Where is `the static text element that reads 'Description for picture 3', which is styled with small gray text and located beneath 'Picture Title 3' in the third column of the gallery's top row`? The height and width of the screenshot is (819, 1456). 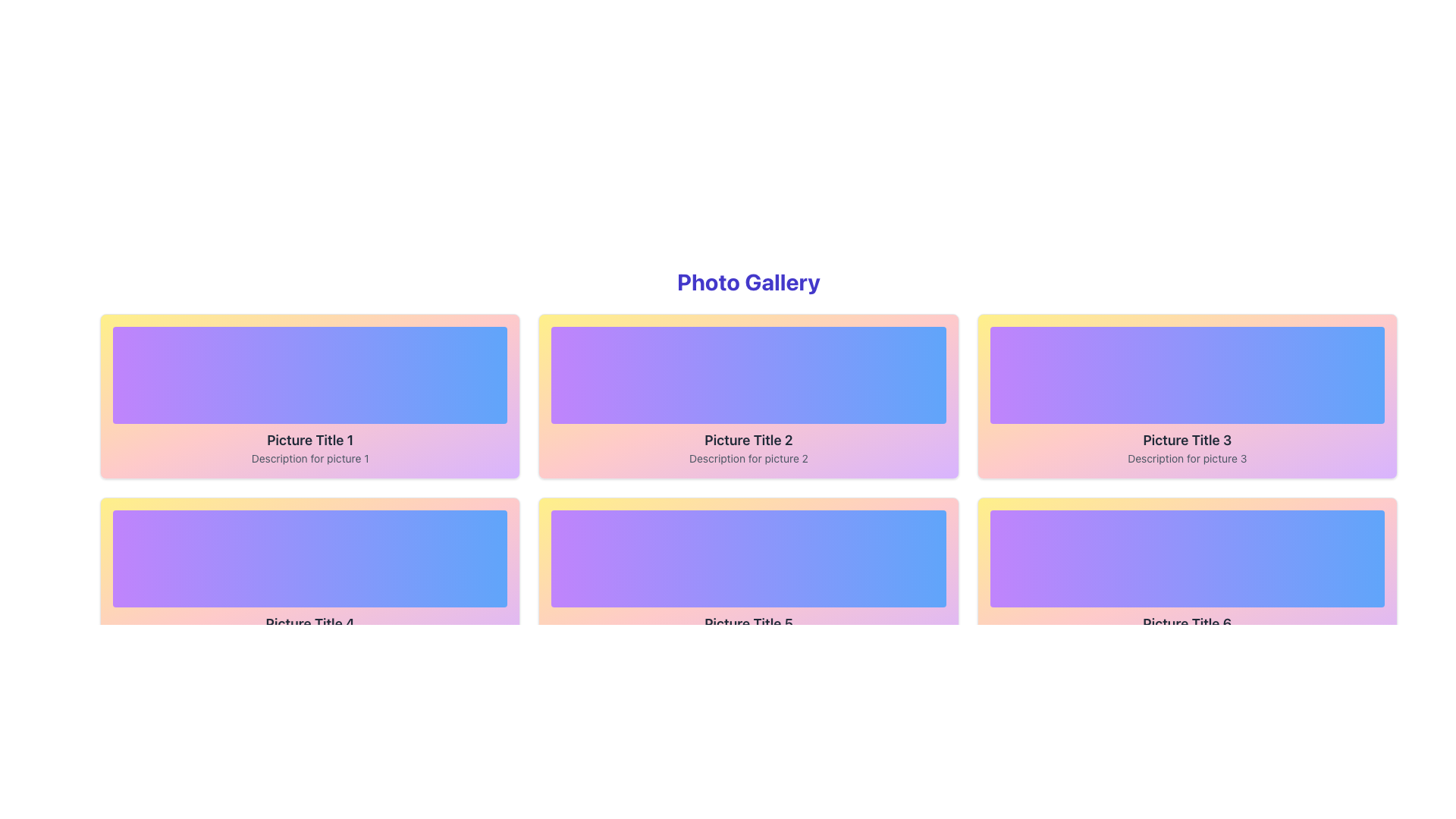
the static text element that reads 'Description for picture 3', which is styled with small gray text and located beneath 'Picture Title 3' in the third column of the gallery's top row is located at coordinates (1186, 458).